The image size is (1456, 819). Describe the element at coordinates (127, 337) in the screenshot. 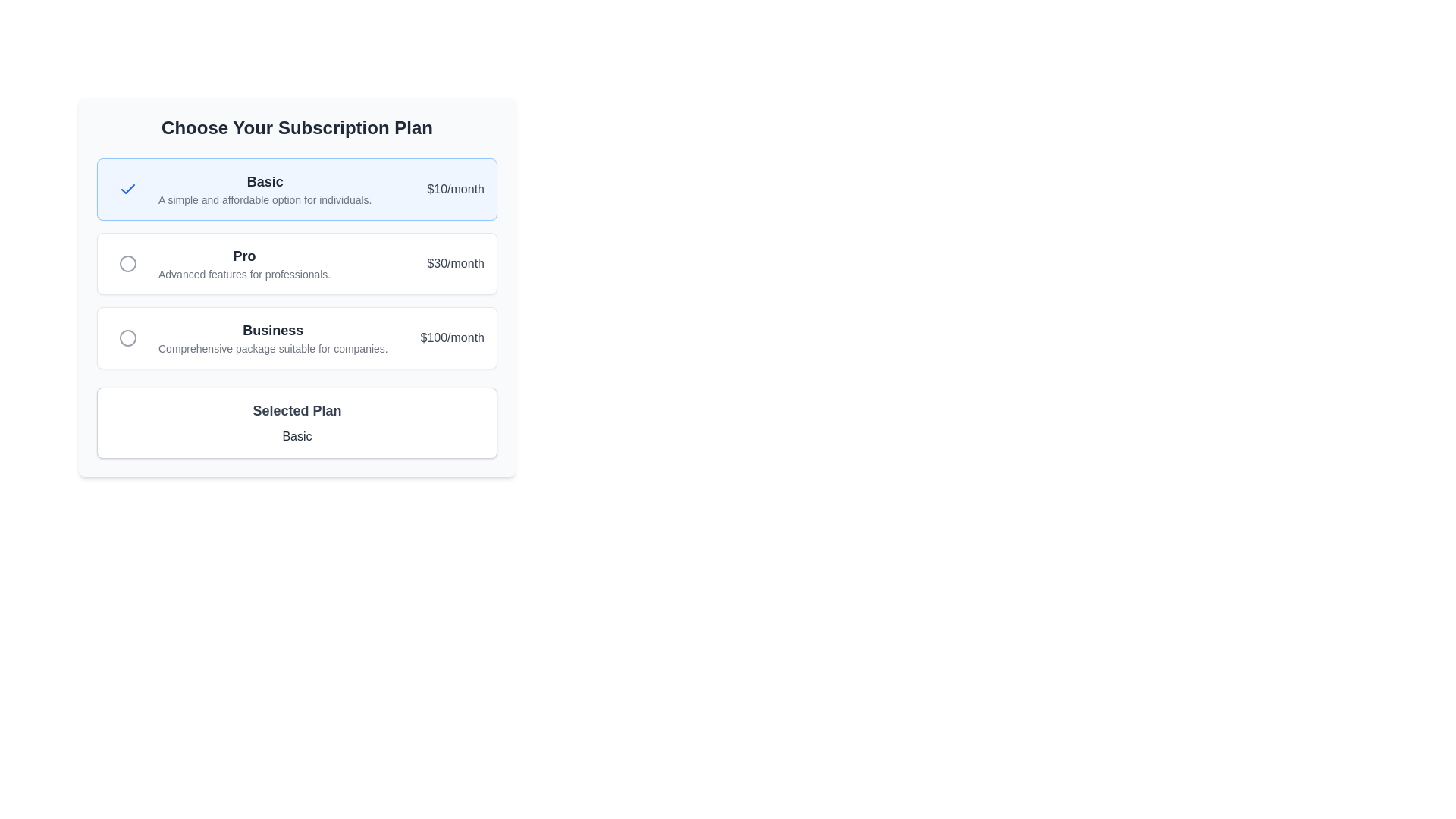

I see `the radio button located at the top-left corner of the 'Business' selection card` at that location.